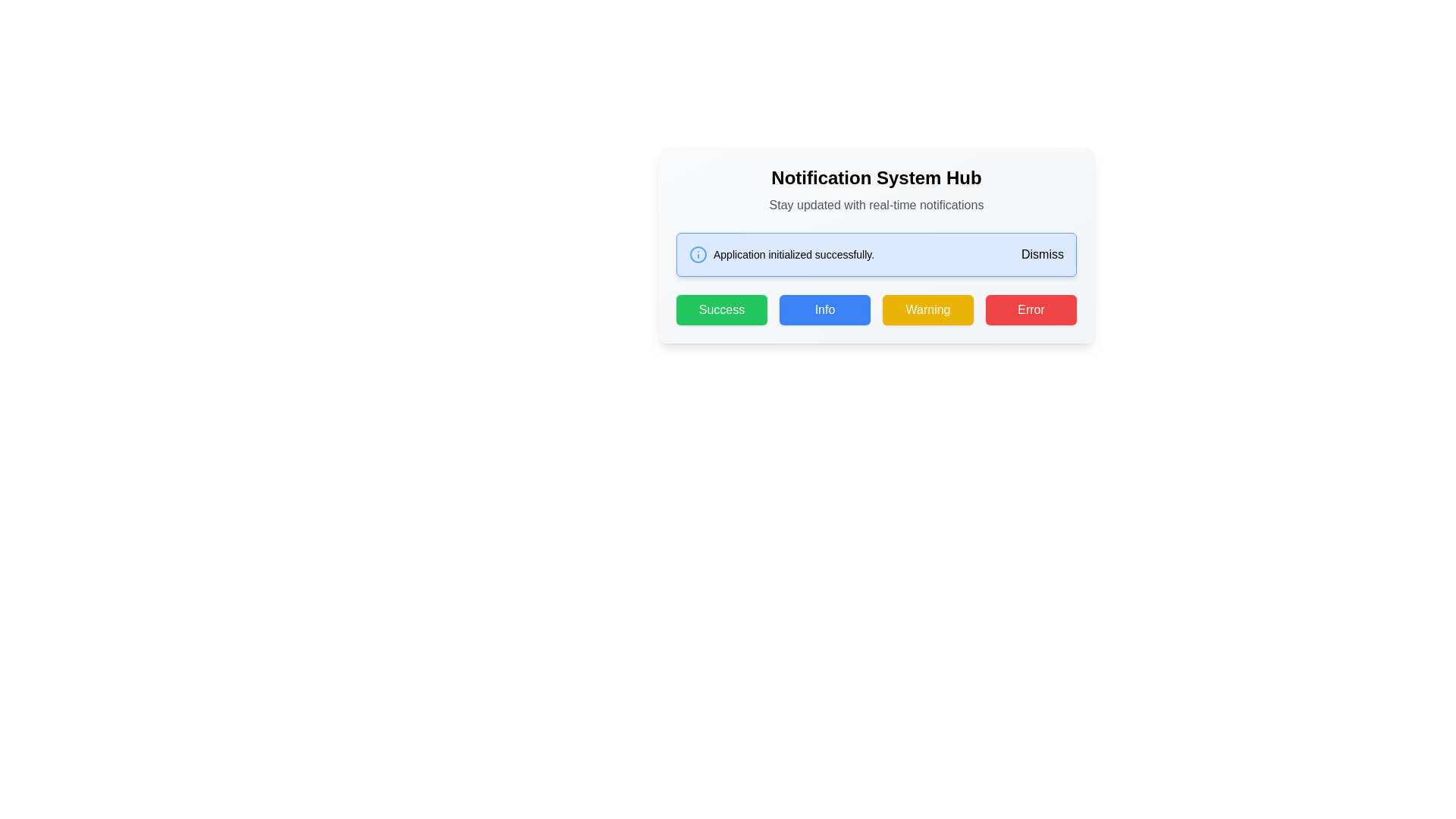 Image resolution: width=1456 pixels, height=819 pixels. I want to click on the third button from the left in a horizontal row of four buttons located below the 'Notification System Hub' text, so click(927, 309).